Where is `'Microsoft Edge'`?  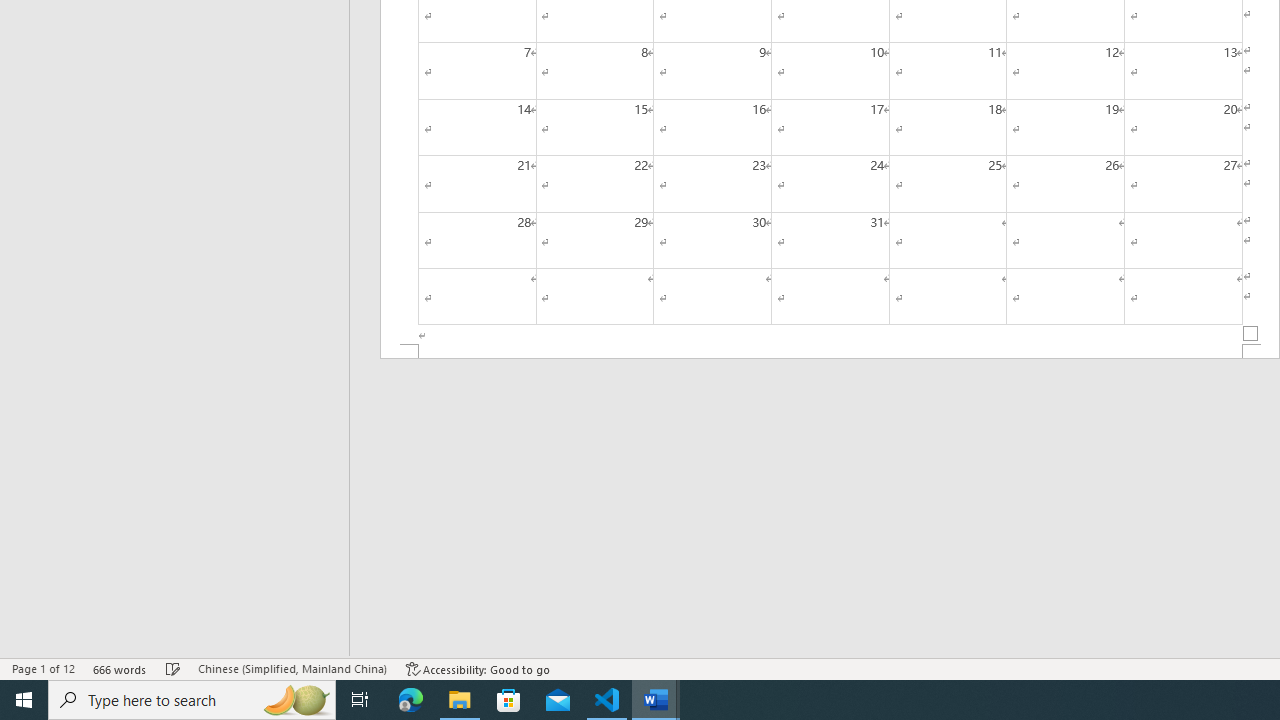 'Microsoft Edge' is located at coordinates (410, 698).